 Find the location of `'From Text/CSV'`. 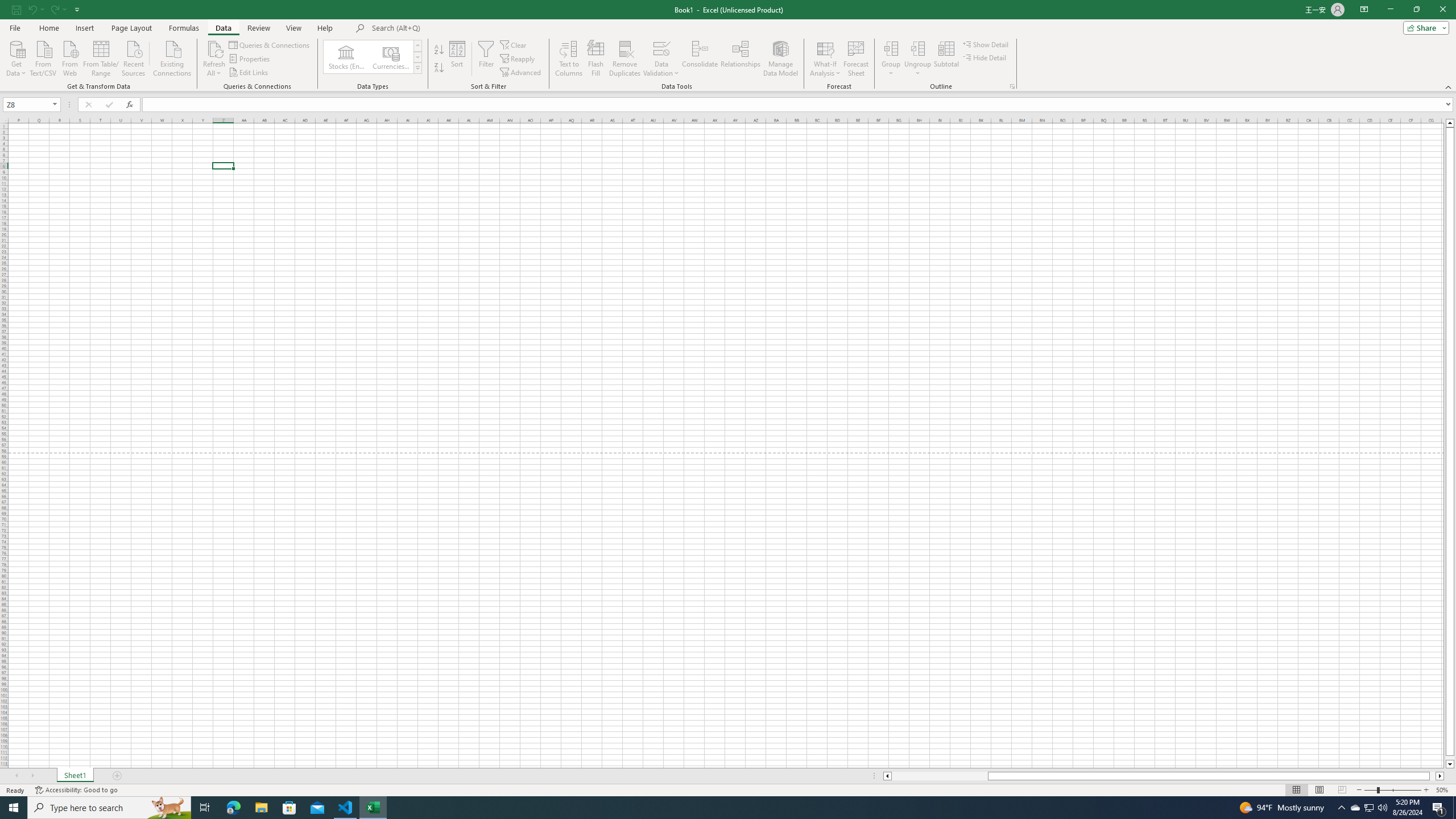

'From Text/CSV' is located at coordinates (43, 57).